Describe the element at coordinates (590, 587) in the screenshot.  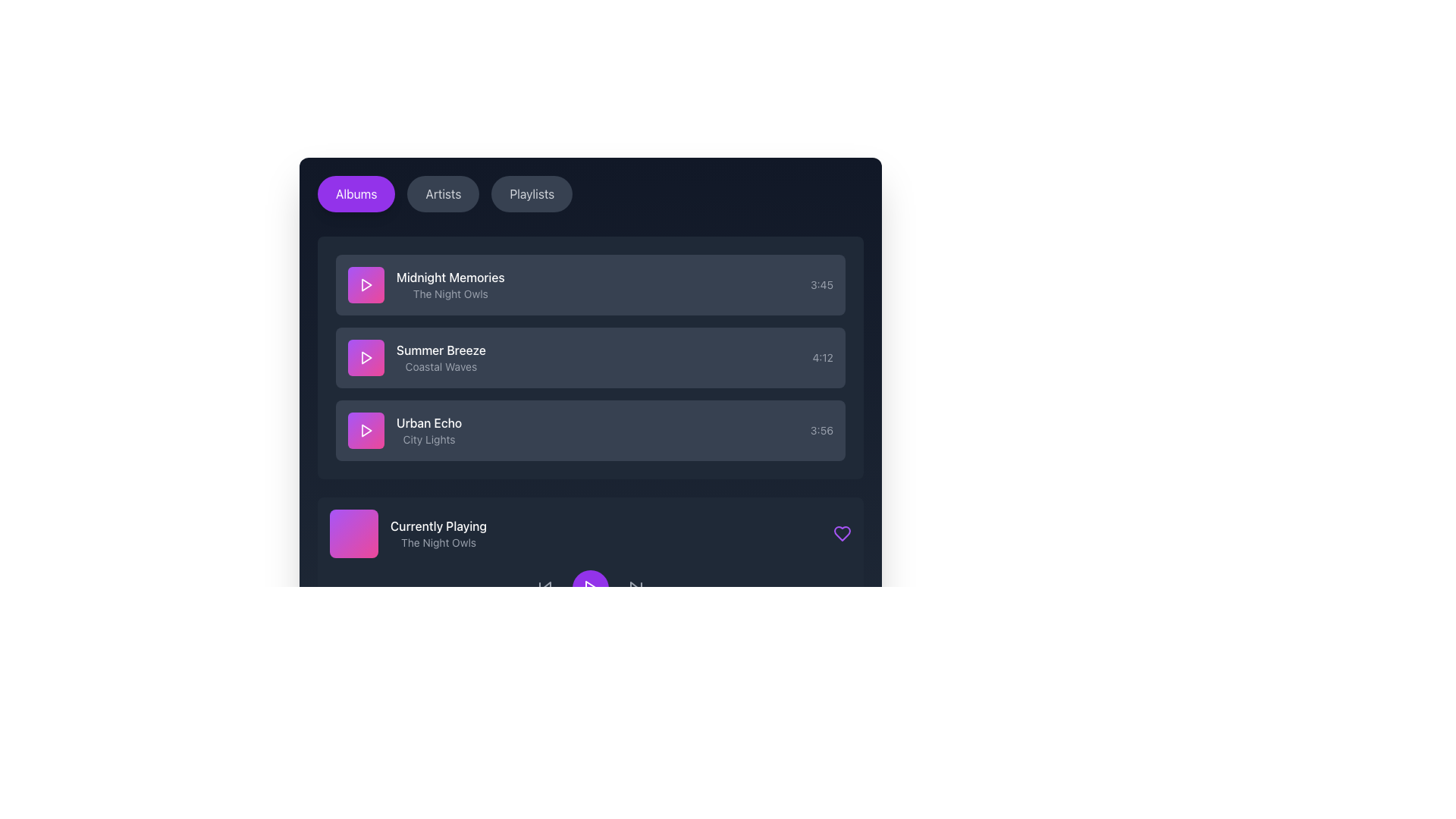
I see `the Play Icon (SVG) located in the lower portion of the application interface to initiate playback for the 'Currently Playing' audio or video track` at that location.